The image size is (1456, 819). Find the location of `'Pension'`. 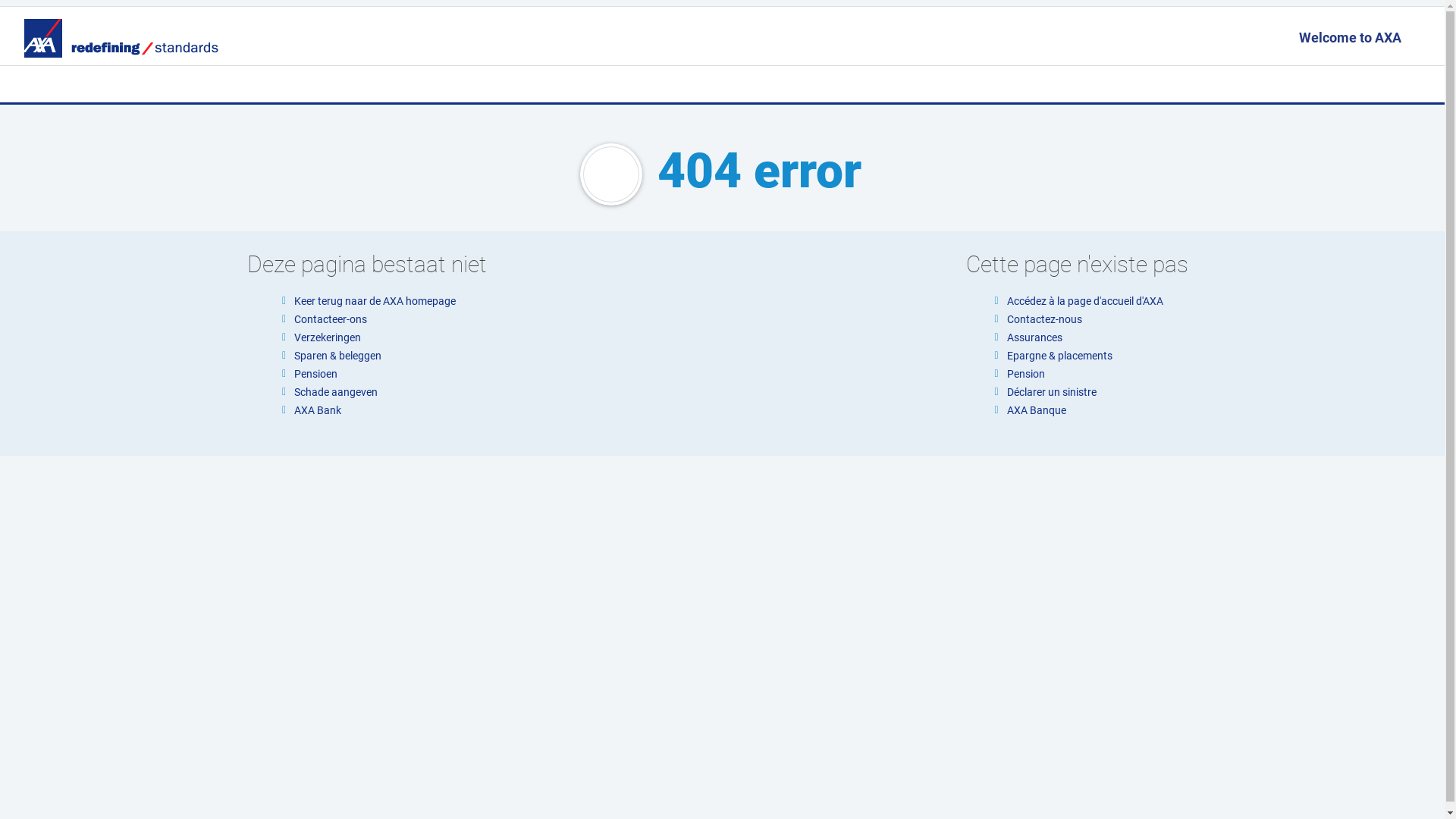

'Pension' is located at coordinates (1026, 374).